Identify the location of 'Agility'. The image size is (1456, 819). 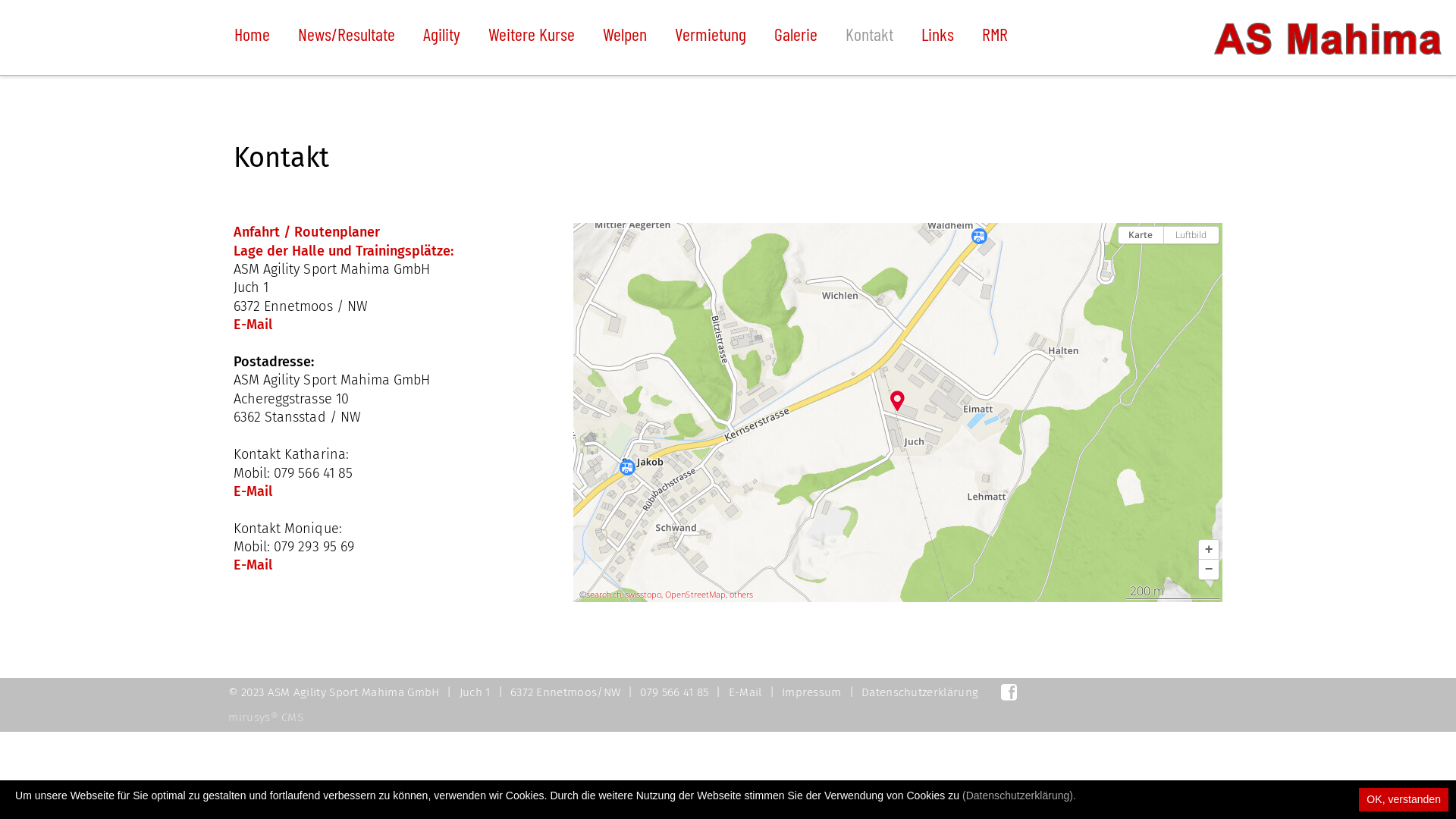
(441, 37).